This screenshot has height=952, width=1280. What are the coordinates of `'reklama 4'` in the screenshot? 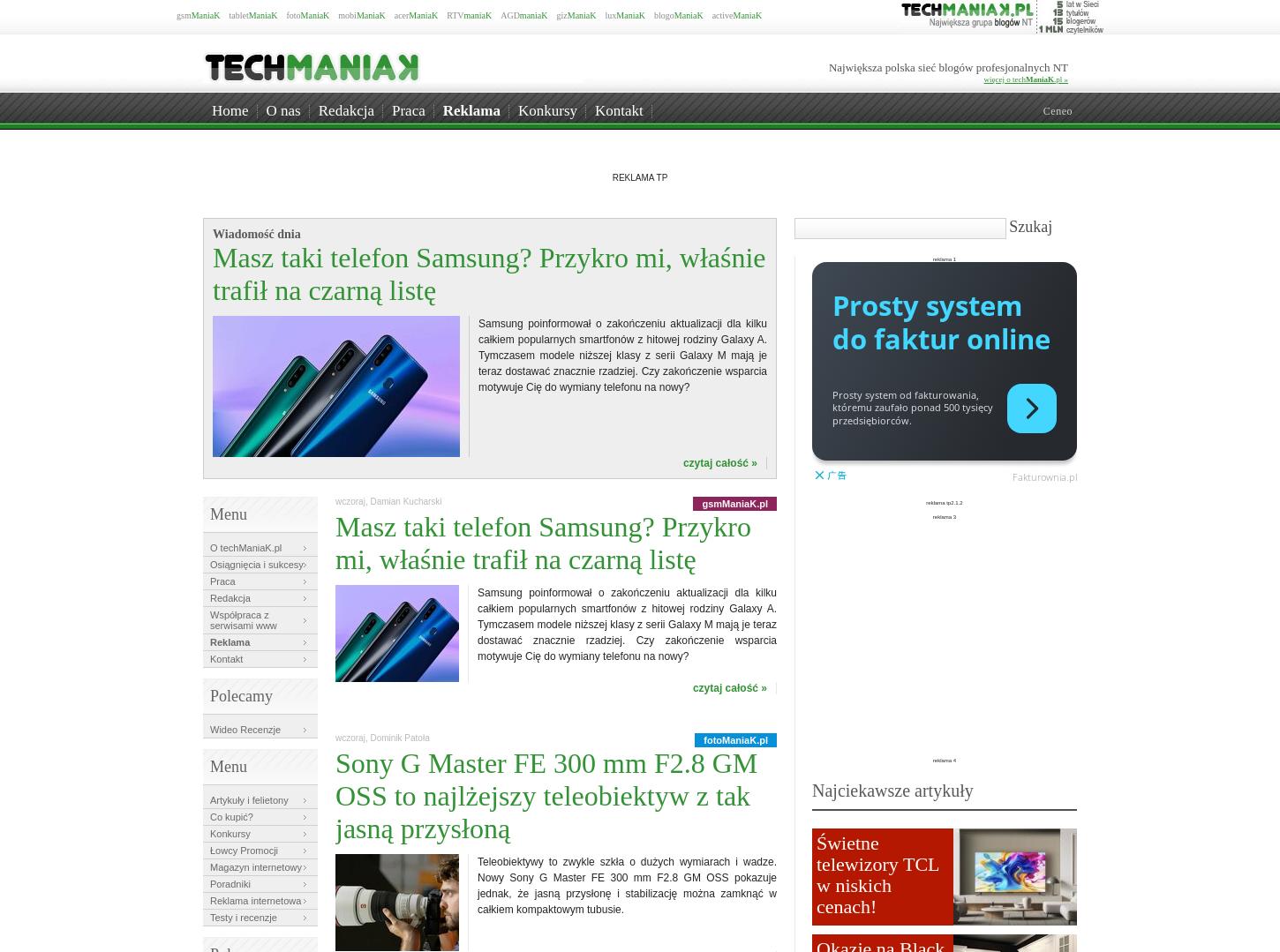 It's located at (944, 761).